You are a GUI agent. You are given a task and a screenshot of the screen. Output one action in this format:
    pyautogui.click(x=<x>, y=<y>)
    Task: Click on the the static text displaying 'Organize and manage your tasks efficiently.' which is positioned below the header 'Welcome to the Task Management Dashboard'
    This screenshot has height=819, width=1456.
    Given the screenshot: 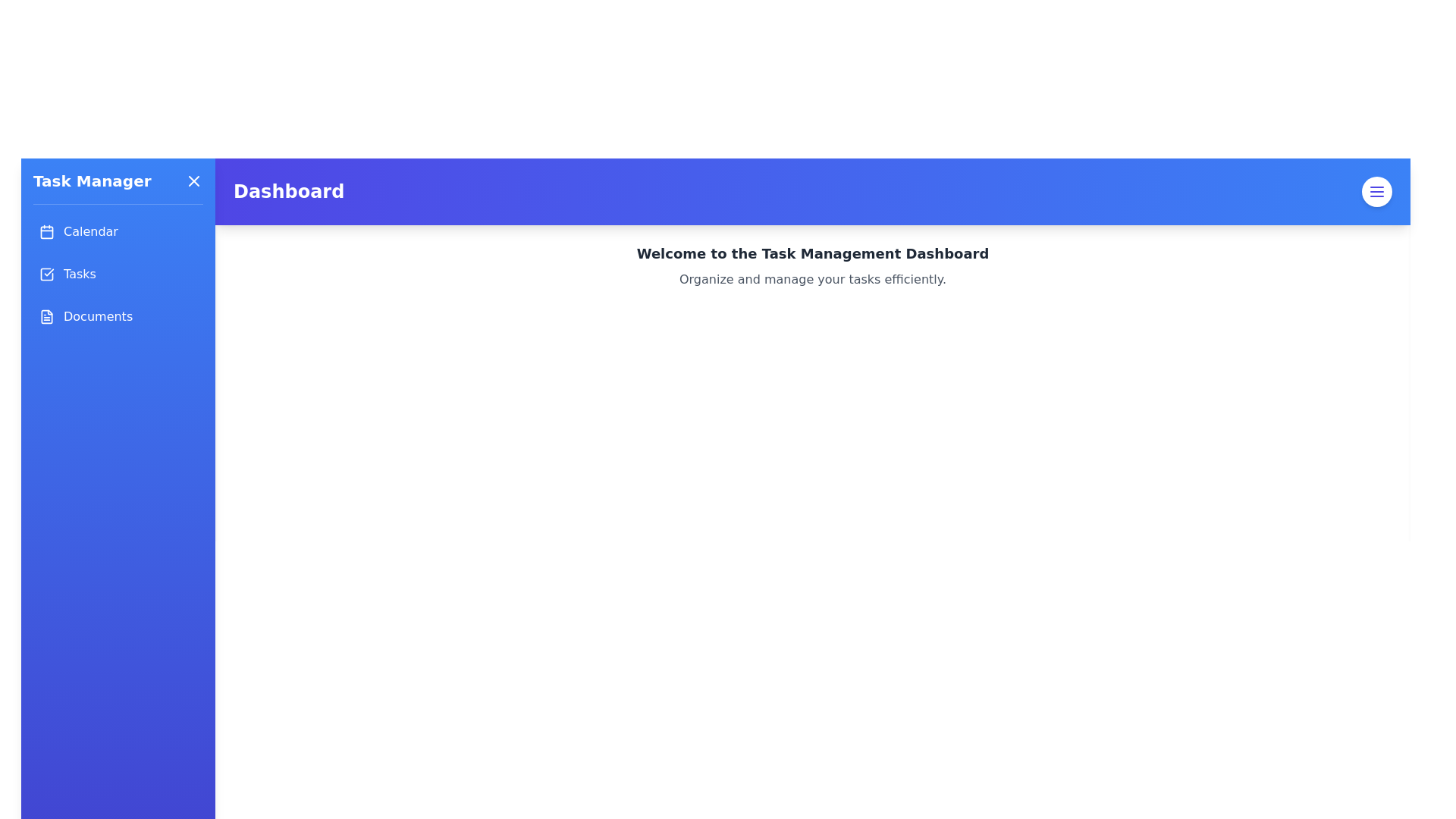 What is the action you would take?
    pyautogui.click(x=811, y=280)
    